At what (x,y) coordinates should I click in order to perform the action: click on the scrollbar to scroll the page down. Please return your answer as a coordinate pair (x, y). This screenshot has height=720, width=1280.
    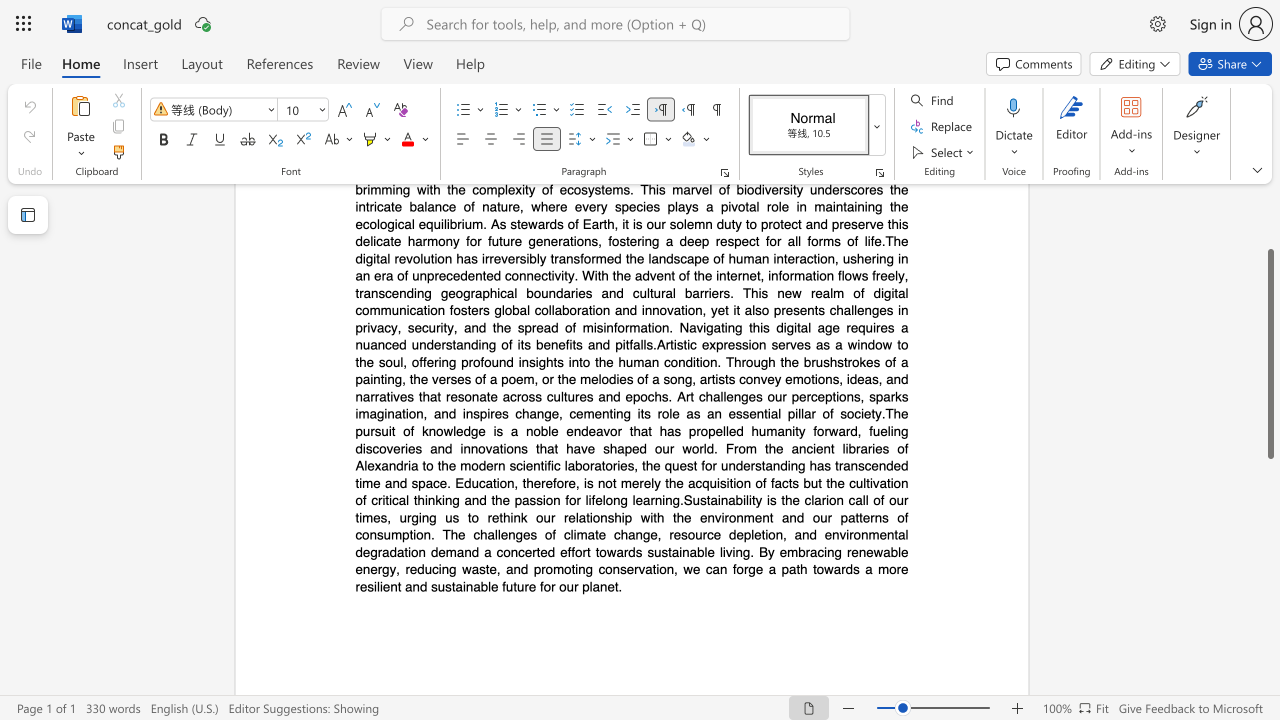
    Looking at the image, I should click on (1269, 630).